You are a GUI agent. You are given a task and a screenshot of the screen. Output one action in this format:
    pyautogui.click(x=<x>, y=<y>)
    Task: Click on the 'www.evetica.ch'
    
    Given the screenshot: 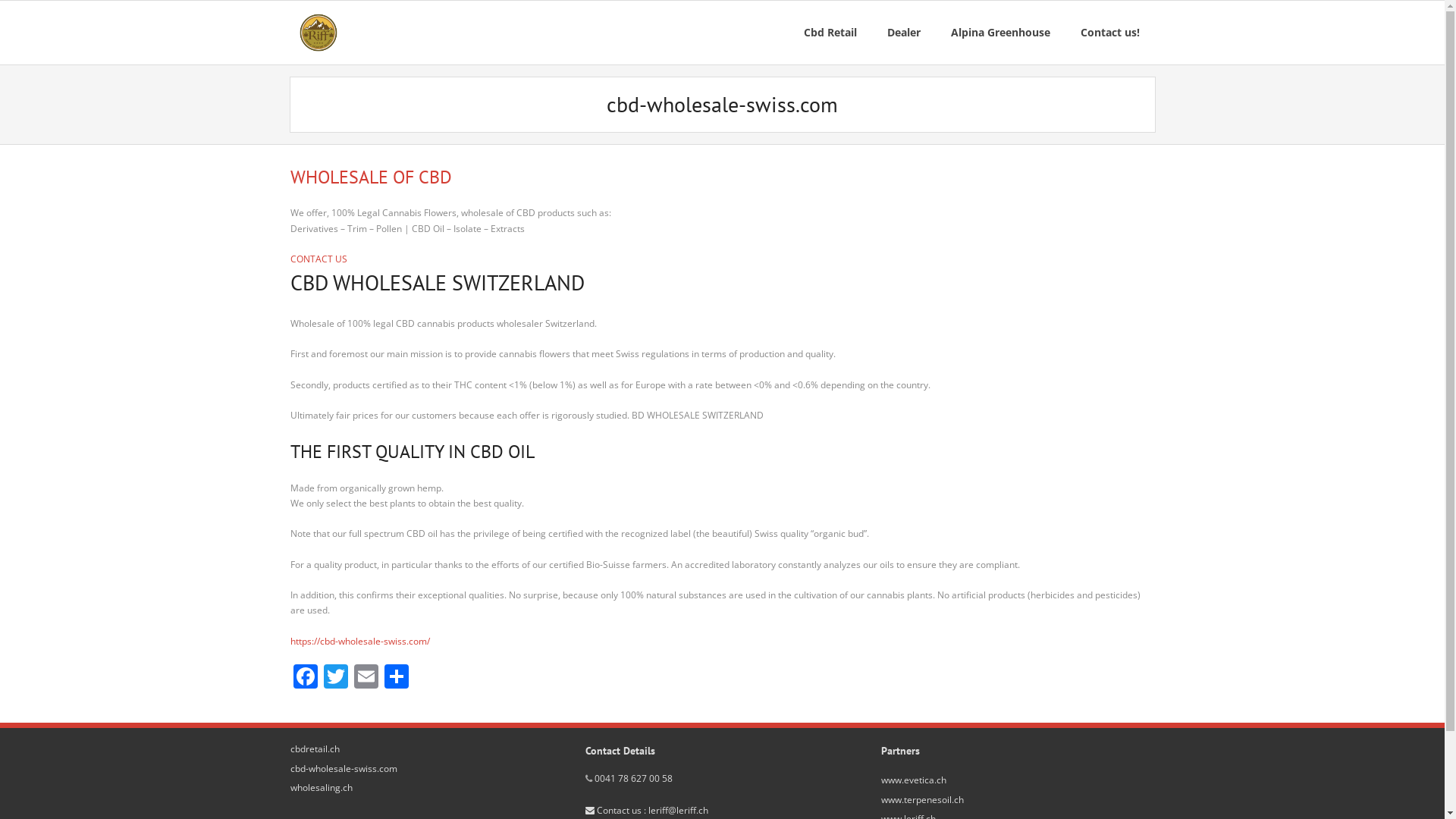 What is the action you would take?
    pyautogui.click(x=912, y=780)
    